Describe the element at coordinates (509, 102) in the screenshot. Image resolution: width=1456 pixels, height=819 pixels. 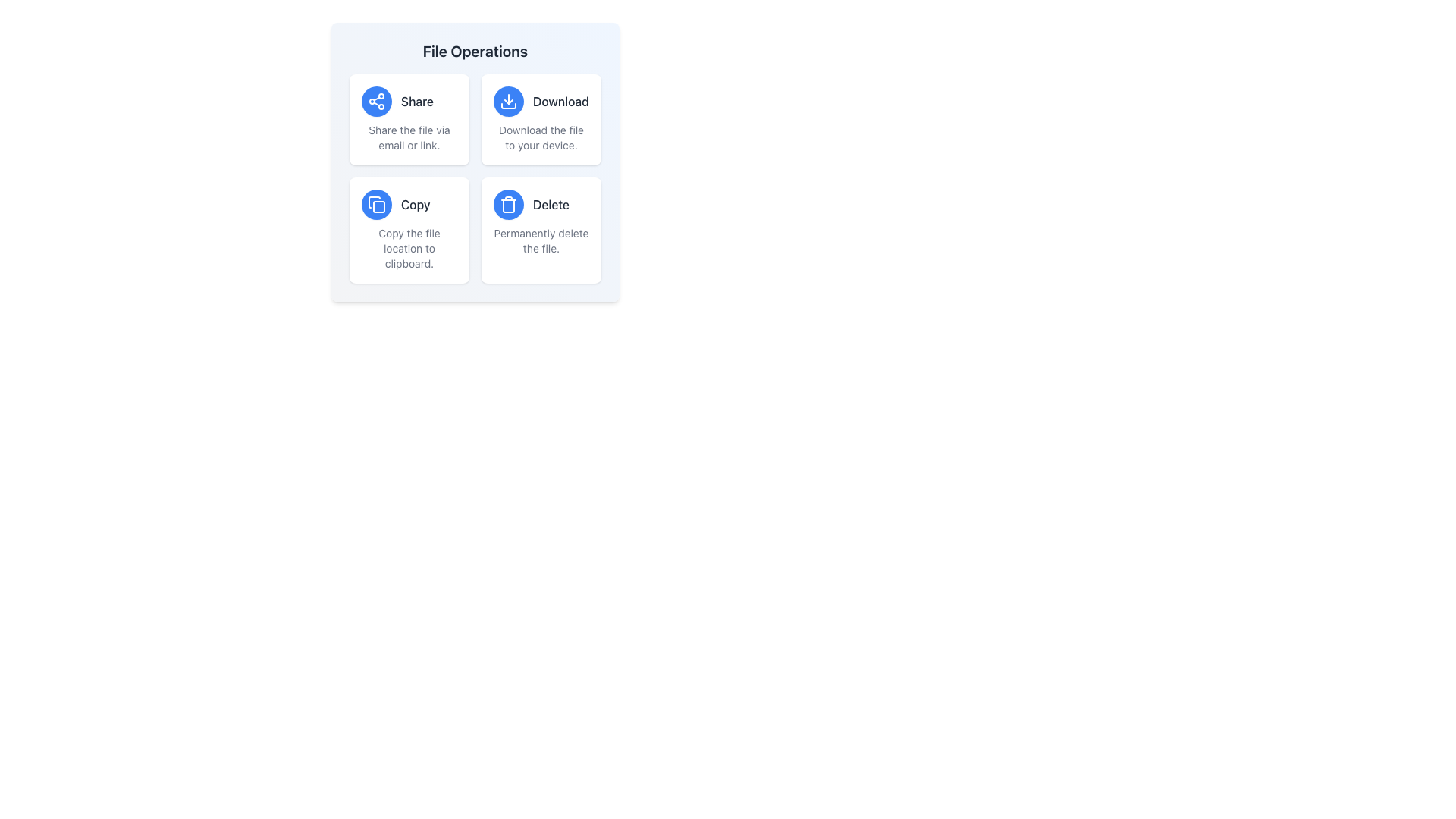
I see `the download icon, which is a white downward arrow with a horizontal line beneath it, located in the top-right of the 'File Operations' panel to initiate the download` at that location.